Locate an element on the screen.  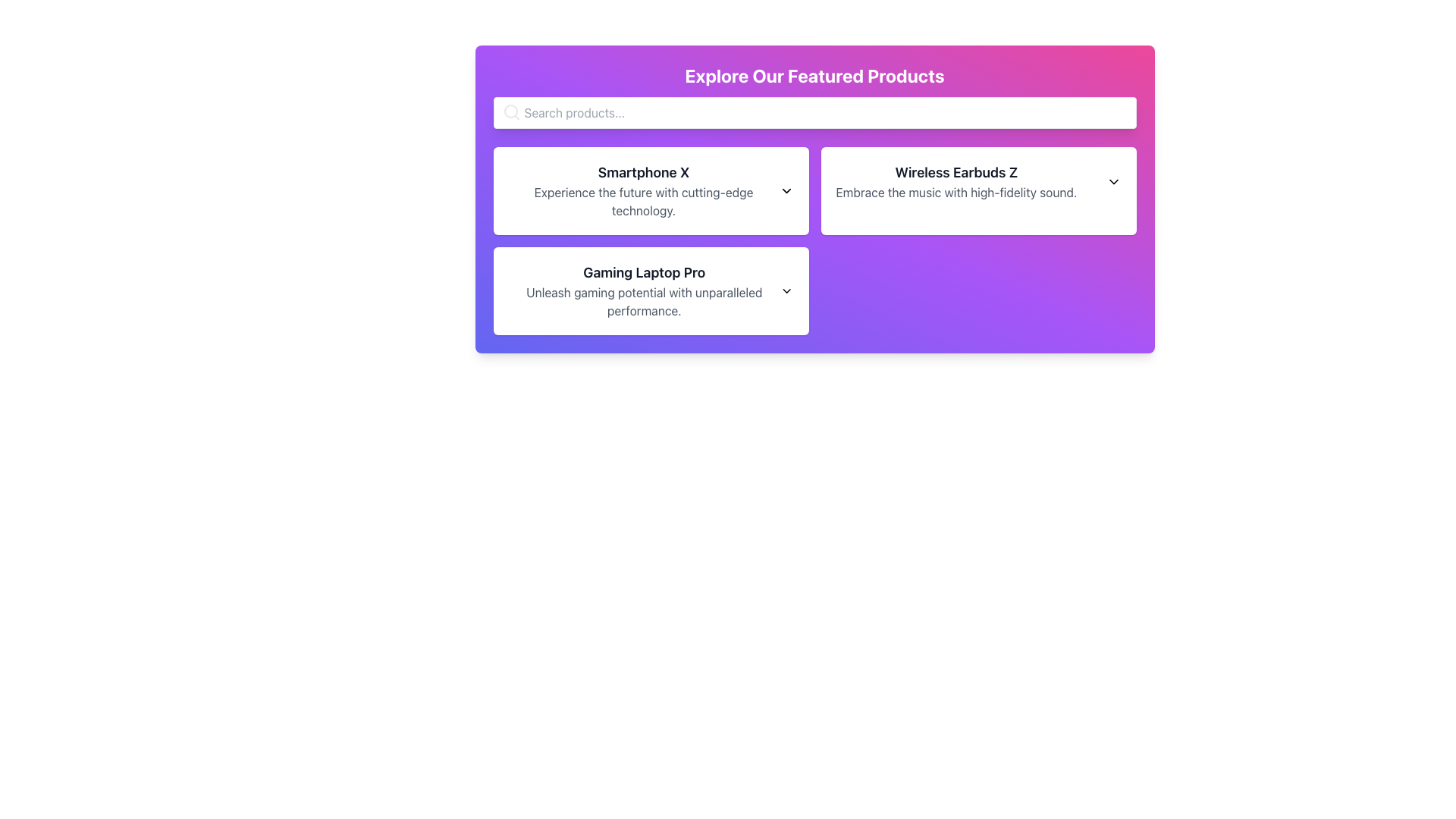
the Product selection item displaying 'Wireless Earbuds Z' is located at coordinates (978, 180).